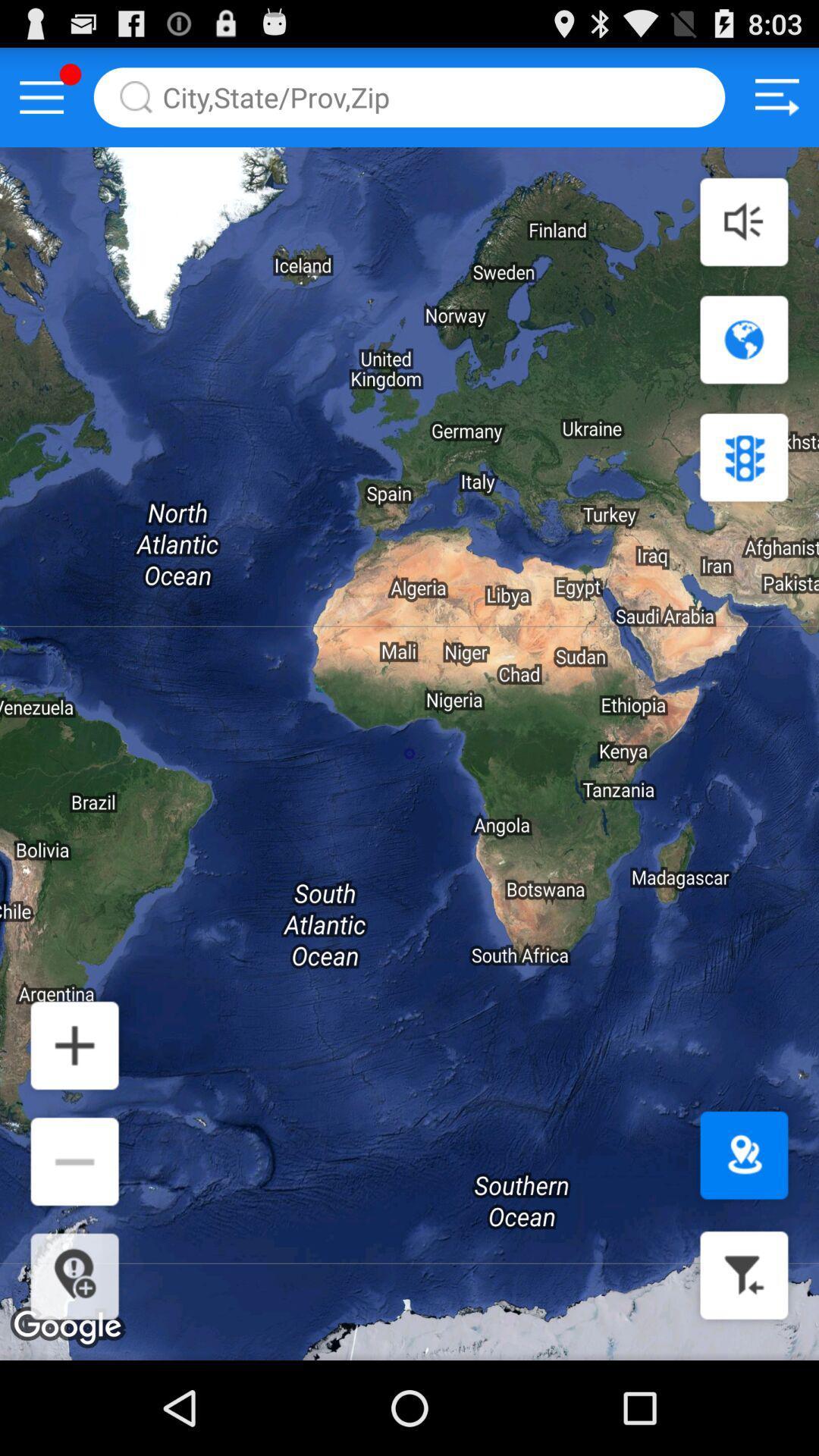 The width and height of the screenshot is (819, 1456). What do you see at coordinates (743, 1365) in the screenshot?
I see `the filter icon` at bounding box center [743, 1365].